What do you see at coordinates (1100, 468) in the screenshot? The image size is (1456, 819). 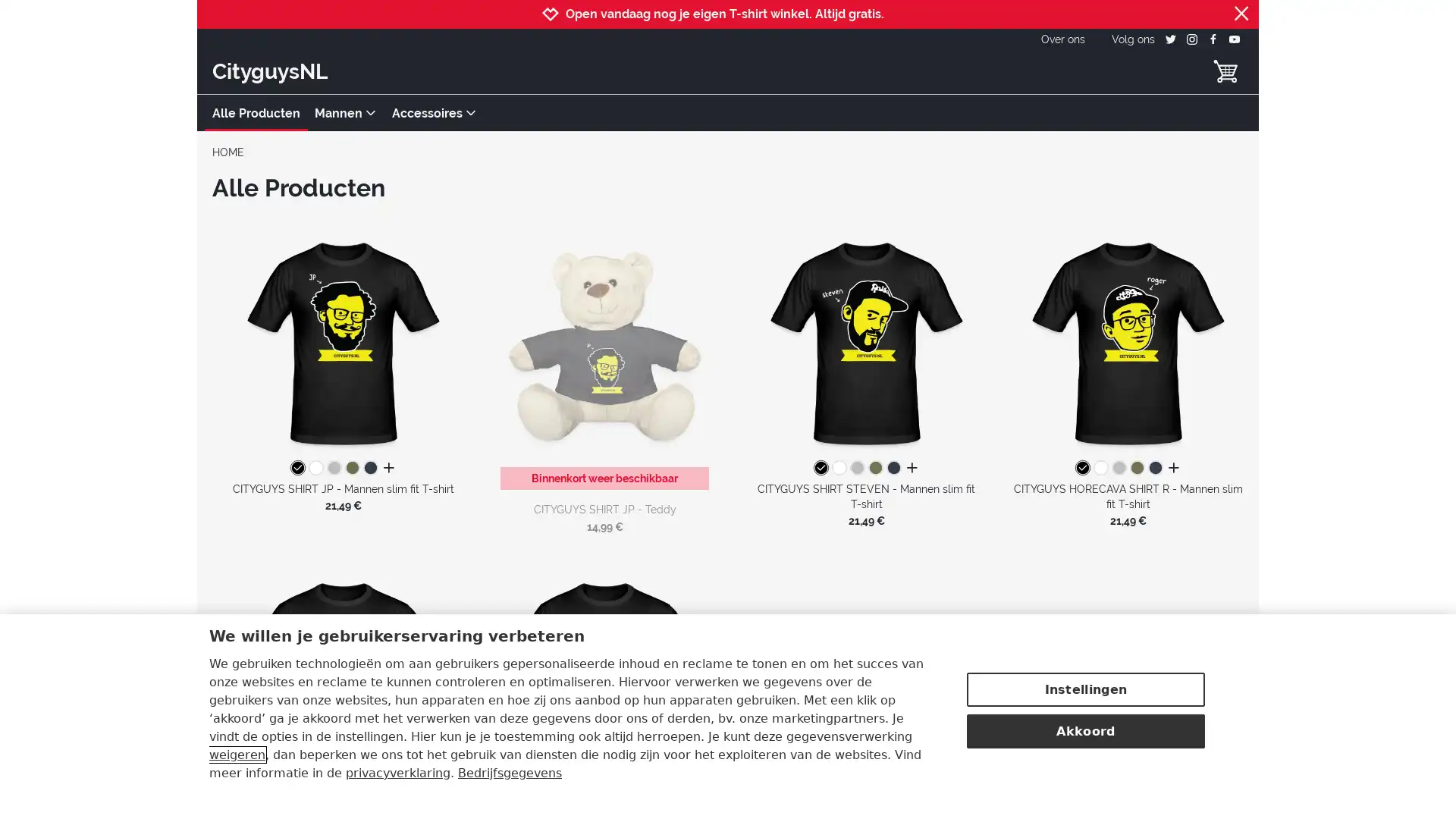 I see `white` at bounding box center [1100, 468].